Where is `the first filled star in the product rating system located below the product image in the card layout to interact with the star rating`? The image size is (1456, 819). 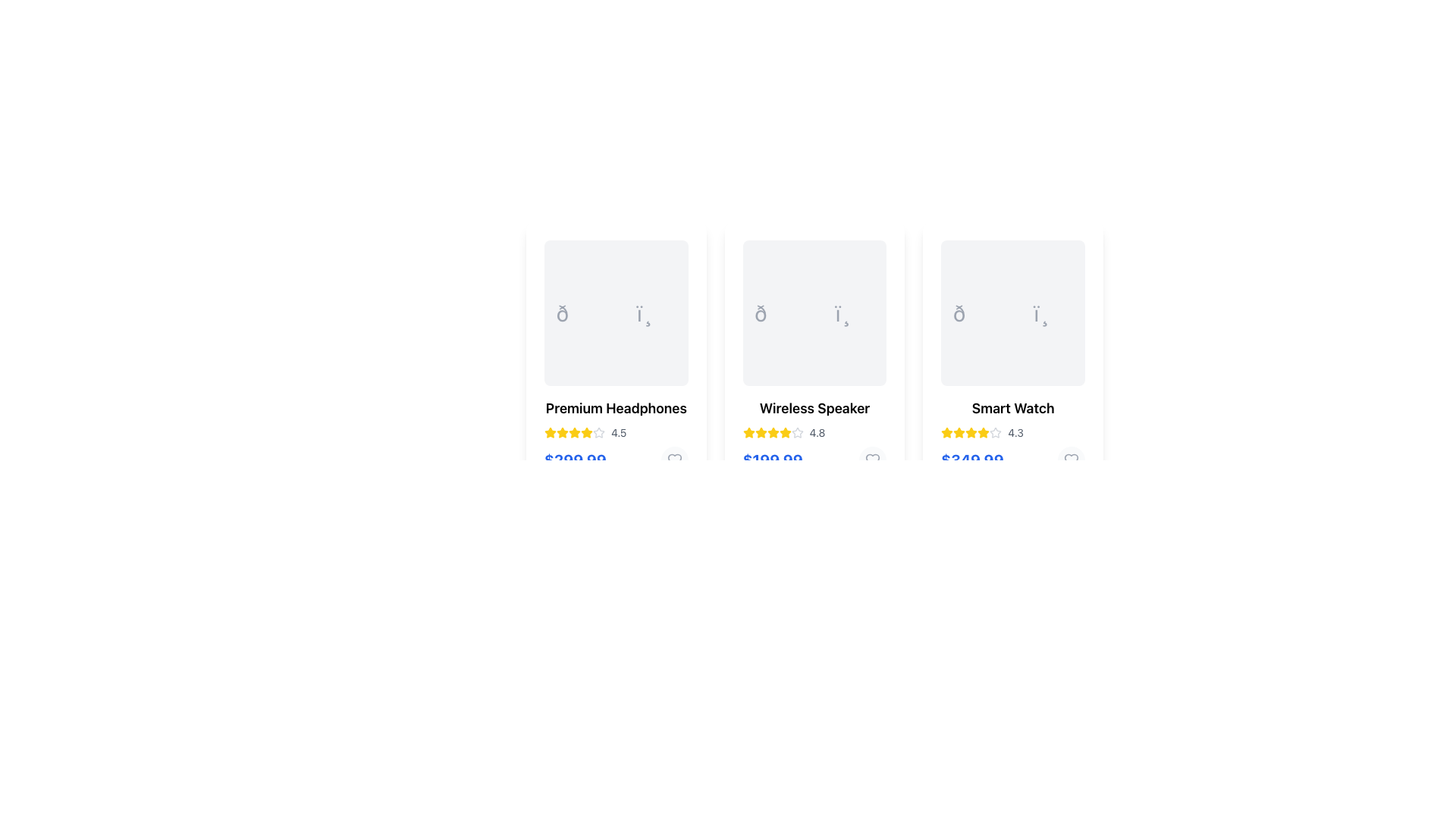 the first filled star in the product rating system located below the product image in the card layout to interact with the star rating is located at coordinates (761, 432).